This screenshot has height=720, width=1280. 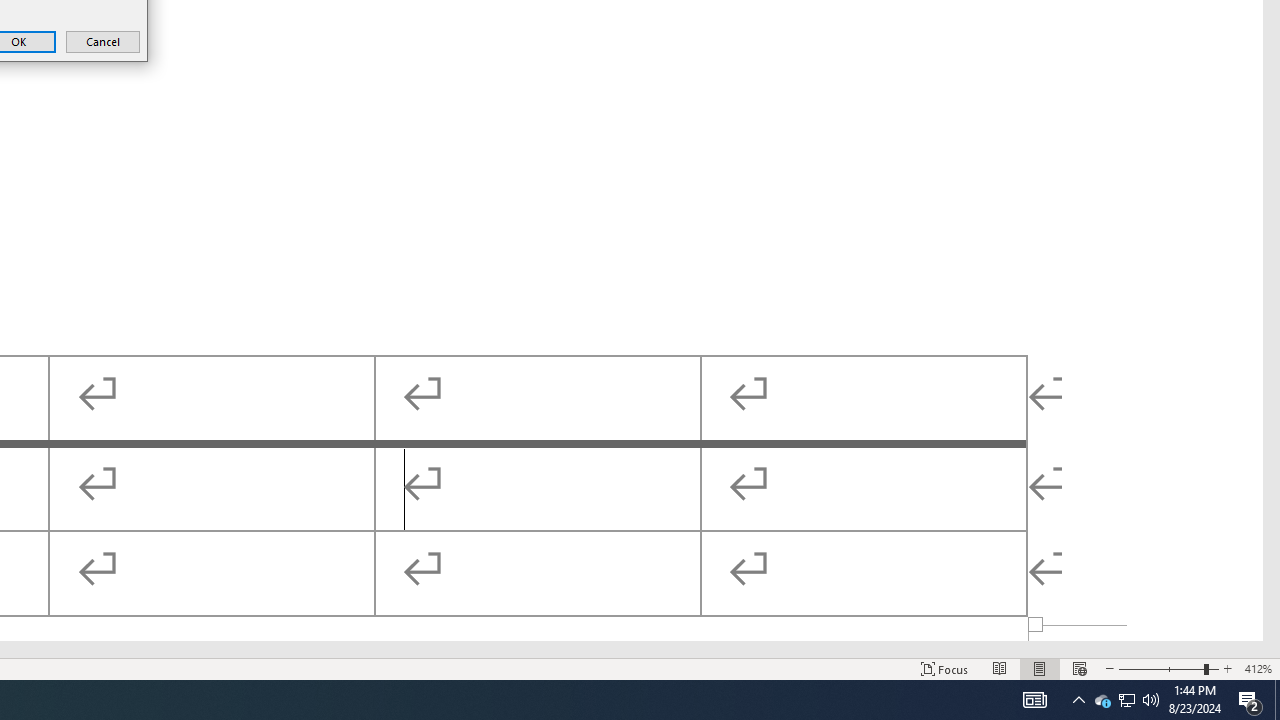 What do you see at coordinates (102, 42) in the screenshot?
I see `'Cancel'` at bounding box center [102, 42].